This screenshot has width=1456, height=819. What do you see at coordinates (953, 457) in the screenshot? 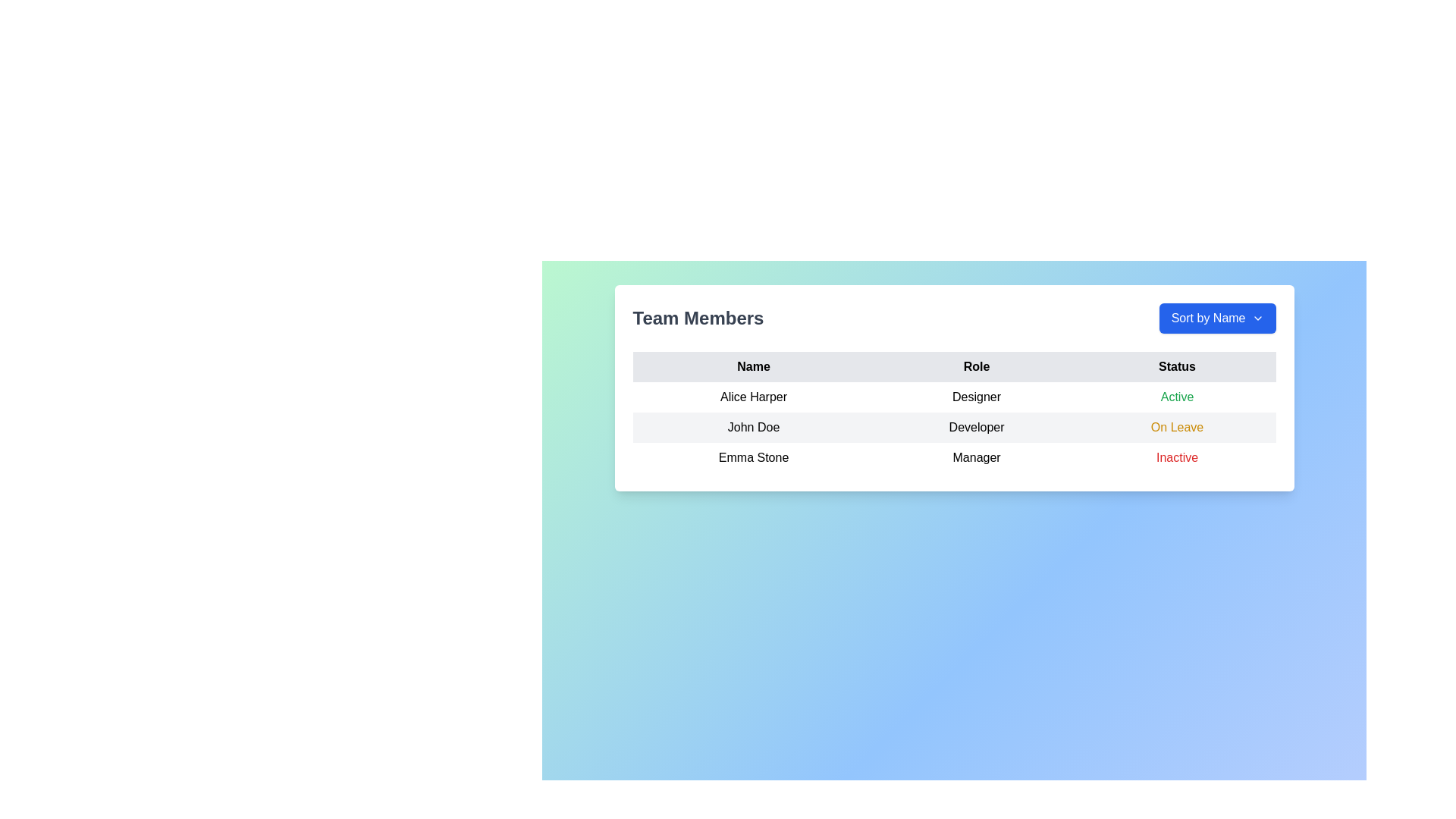
I see `name, role, and status information from the third row of the table that contains user-friendly information about a person` at bounding box center [953, 457].